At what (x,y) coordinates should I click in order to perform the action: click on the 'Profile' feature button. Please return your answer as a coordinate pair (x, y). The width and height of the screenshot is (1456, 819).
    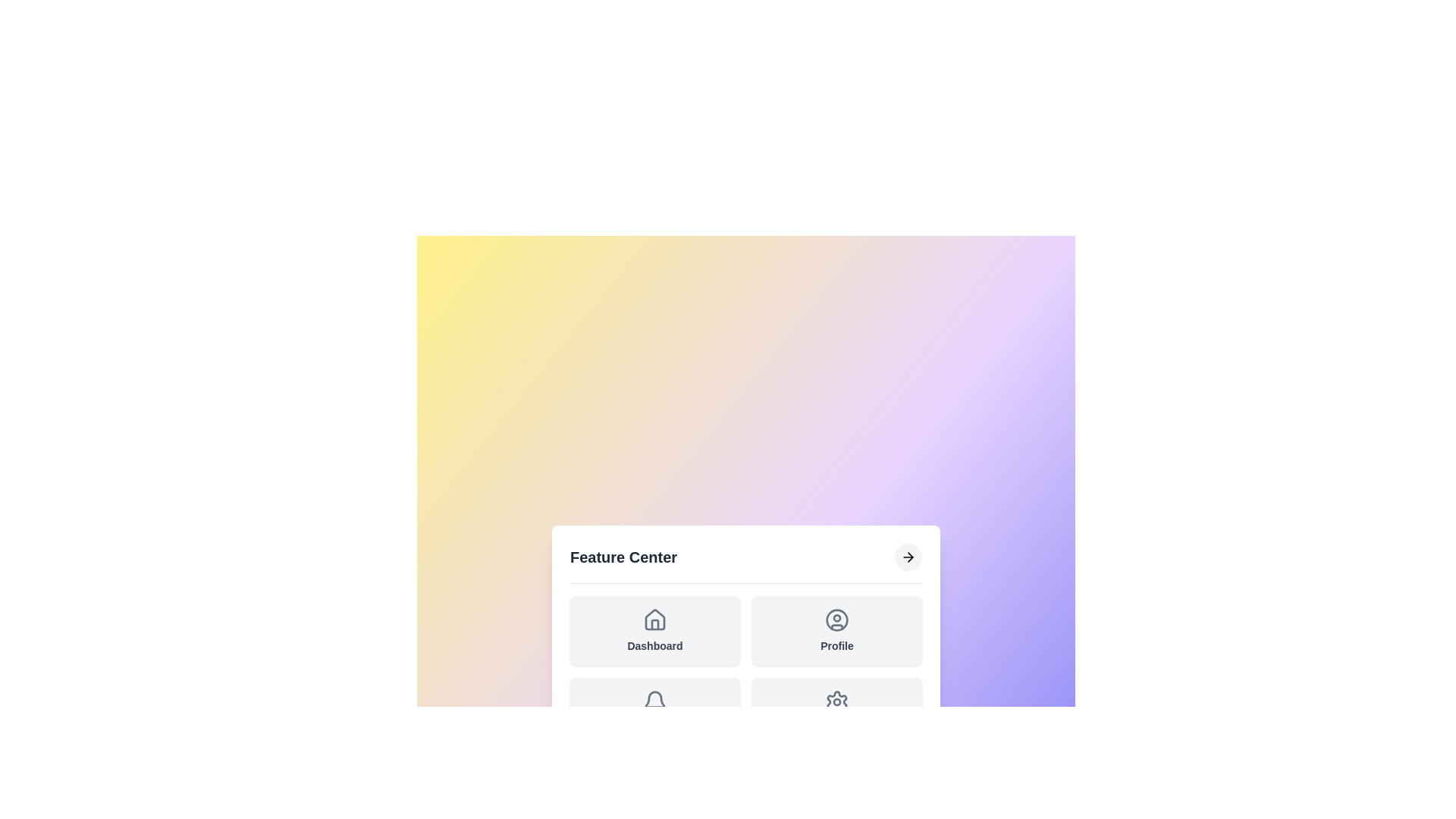
    Looking at the image, I should click on (836, 630).